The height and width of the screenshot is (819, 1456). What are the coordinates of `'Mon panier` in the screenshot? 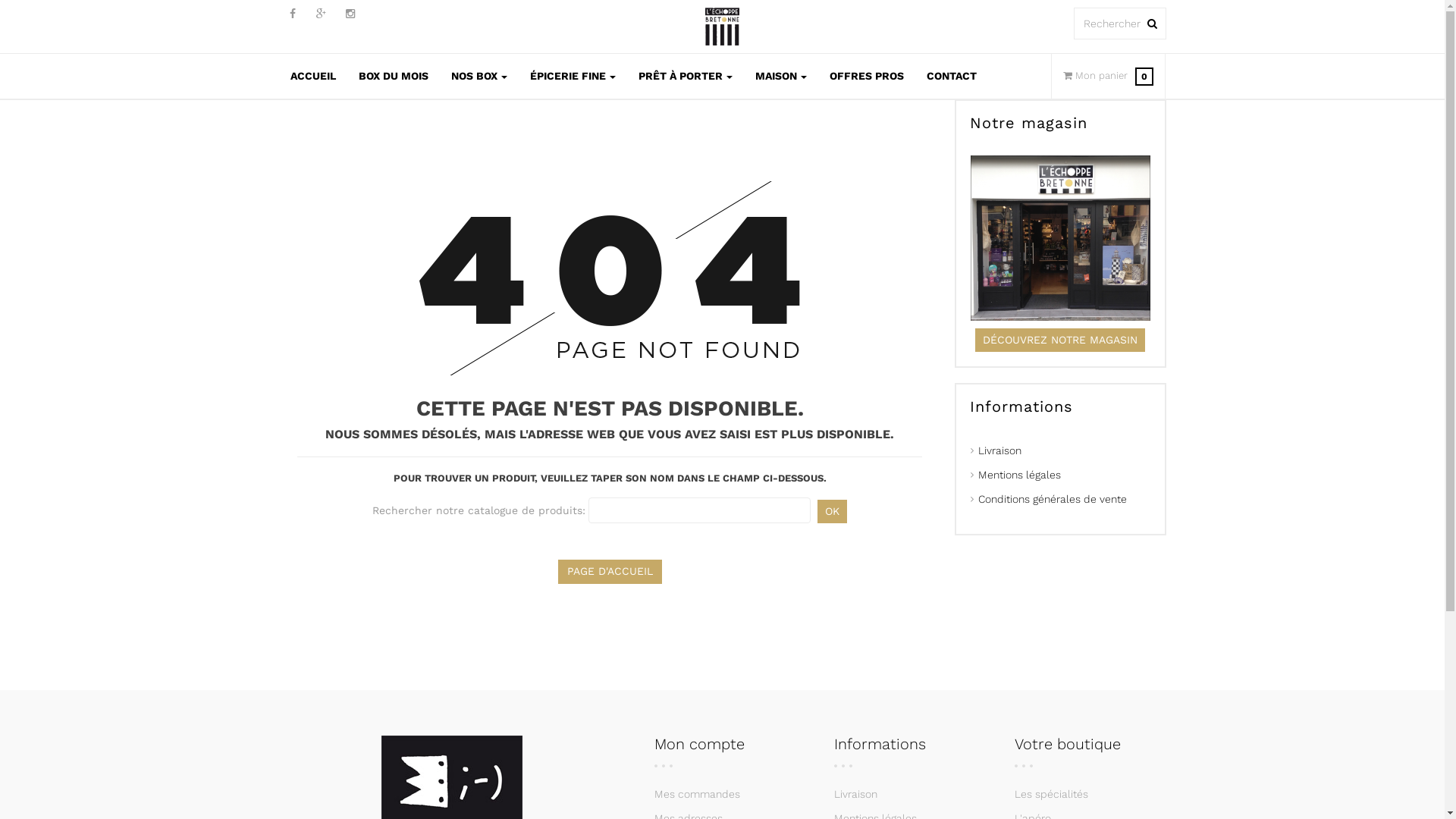 It's located at (1135, 76).